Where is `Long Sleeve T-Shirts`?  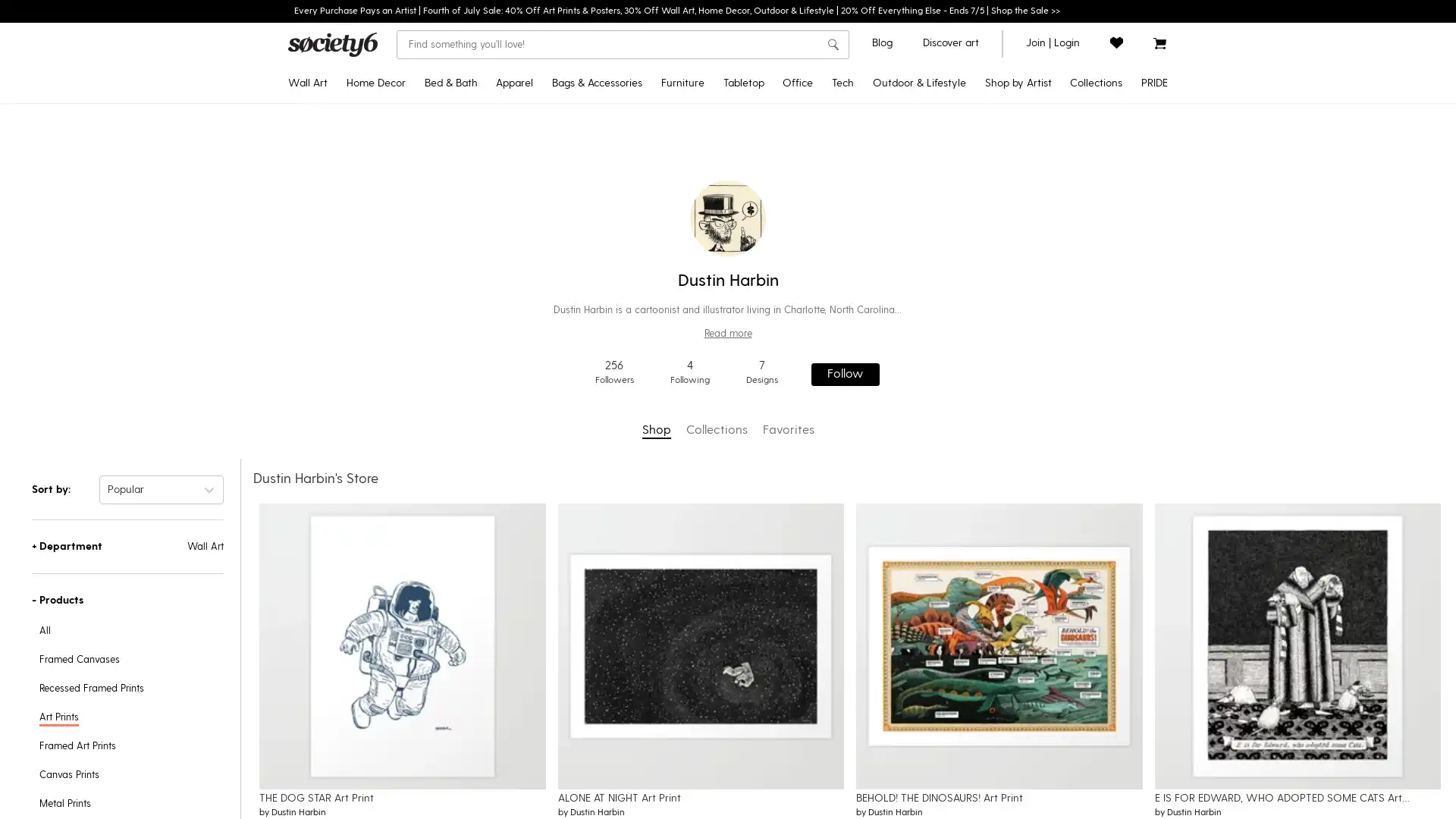
Long Sleeve T-Shirts is located at coordinates (562, 194).